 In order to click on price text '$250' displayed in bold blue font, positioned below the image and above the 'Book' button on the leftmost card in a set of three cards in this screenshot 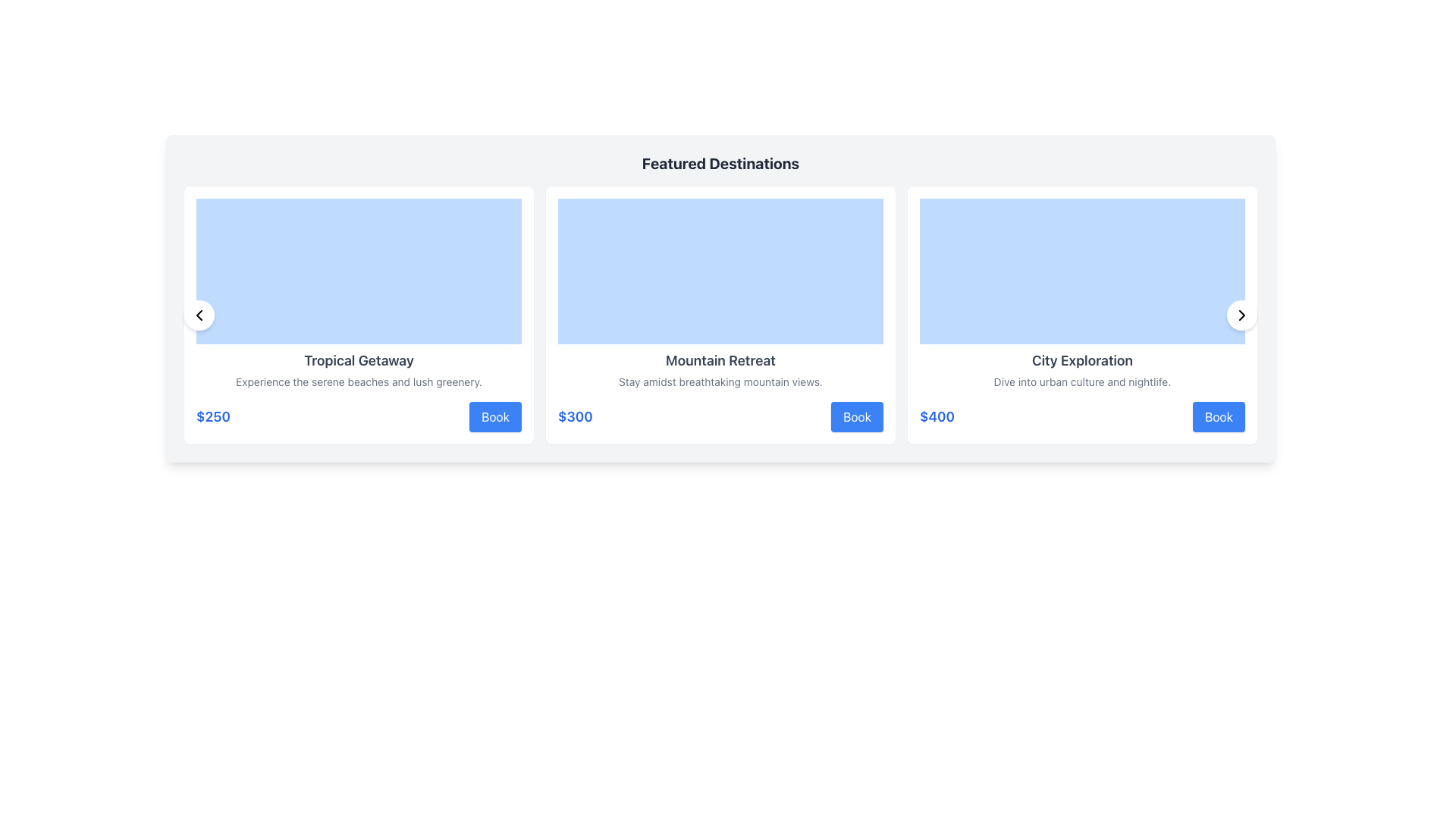, I will do `click(212, 417)`.